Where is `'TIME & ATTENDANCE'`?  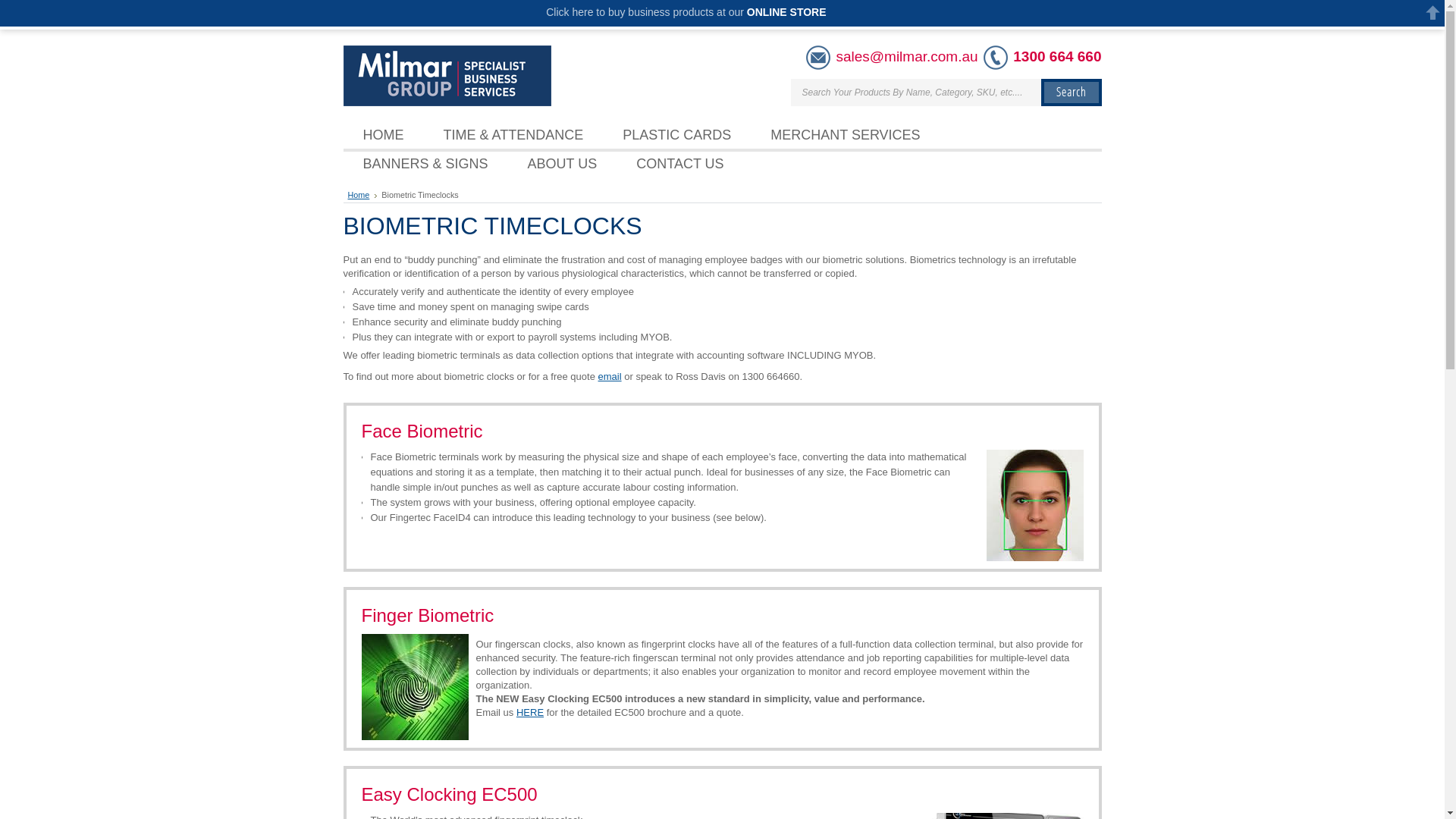 'TIME & ATTENDANCE' is located at coordinates (513, 133).